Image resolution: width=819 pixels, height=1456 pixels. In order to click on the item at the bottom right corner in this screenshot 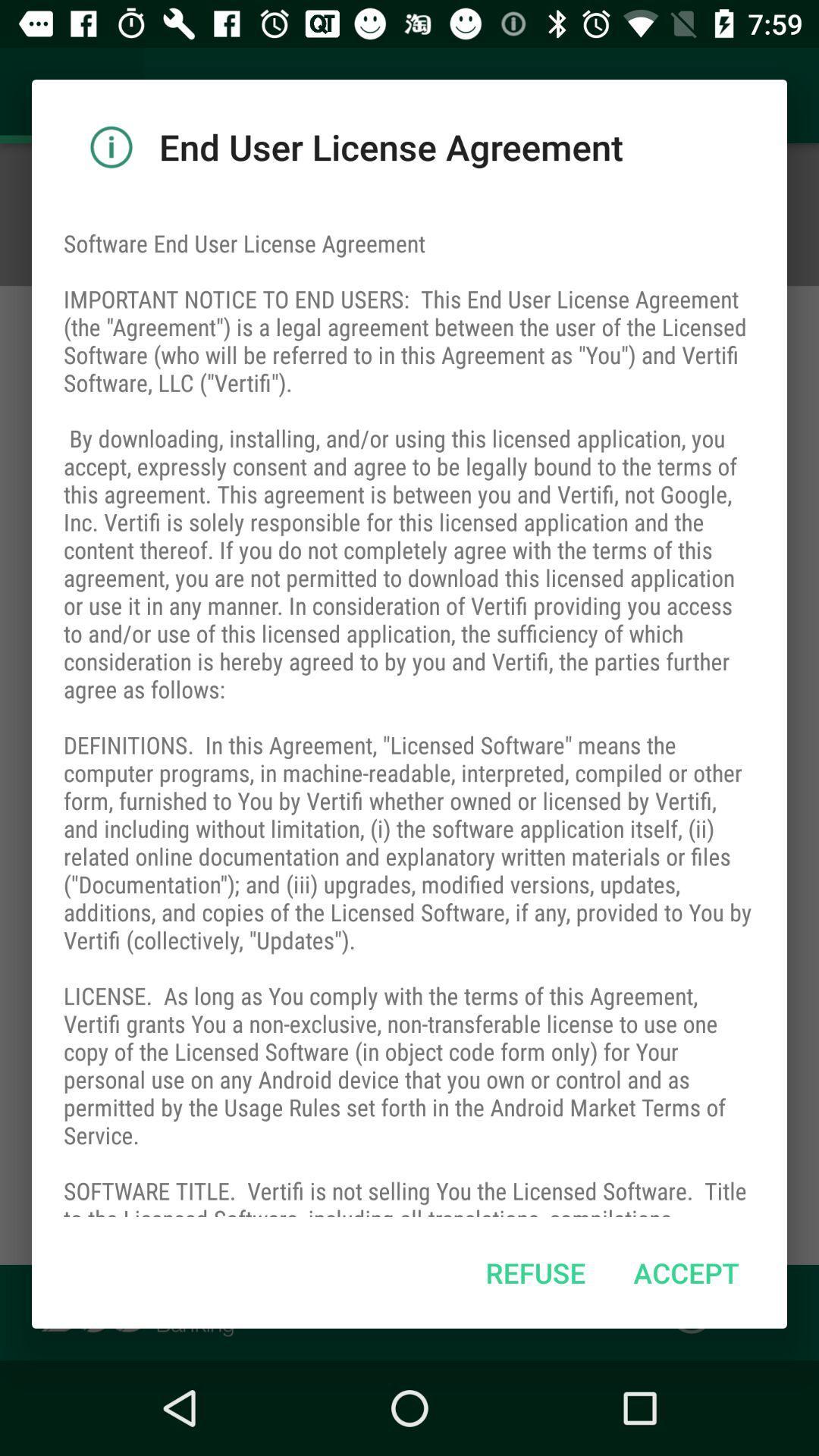, I will do `click(686, 1272)`.